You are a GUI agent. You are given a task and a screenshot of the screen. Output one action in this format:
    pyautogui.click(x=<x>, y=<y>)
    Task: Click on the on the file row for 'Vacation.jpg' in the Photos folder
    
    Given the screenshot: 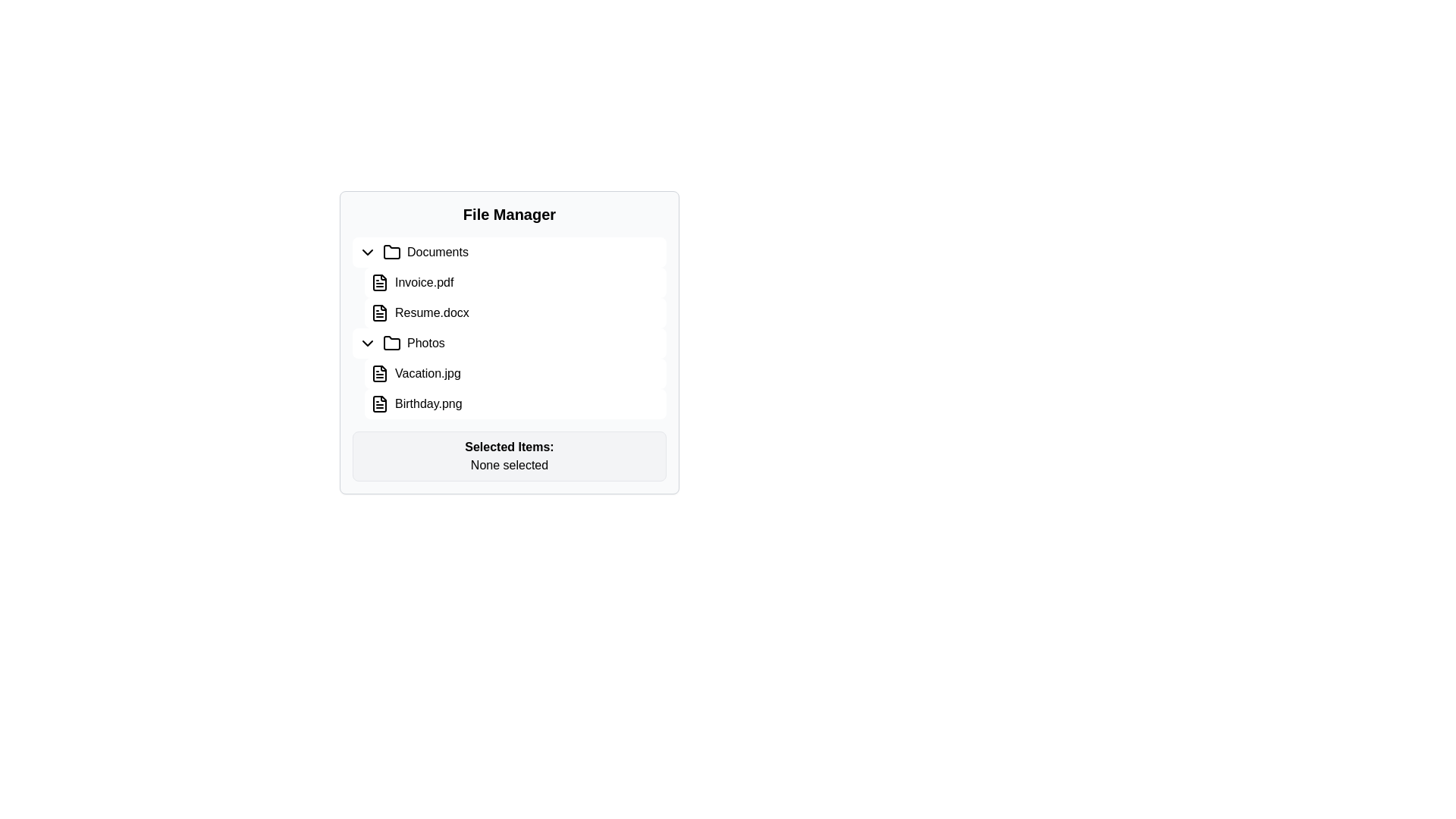 What is the action you would take?
    pyautogui.click(x=516, y=374)
    